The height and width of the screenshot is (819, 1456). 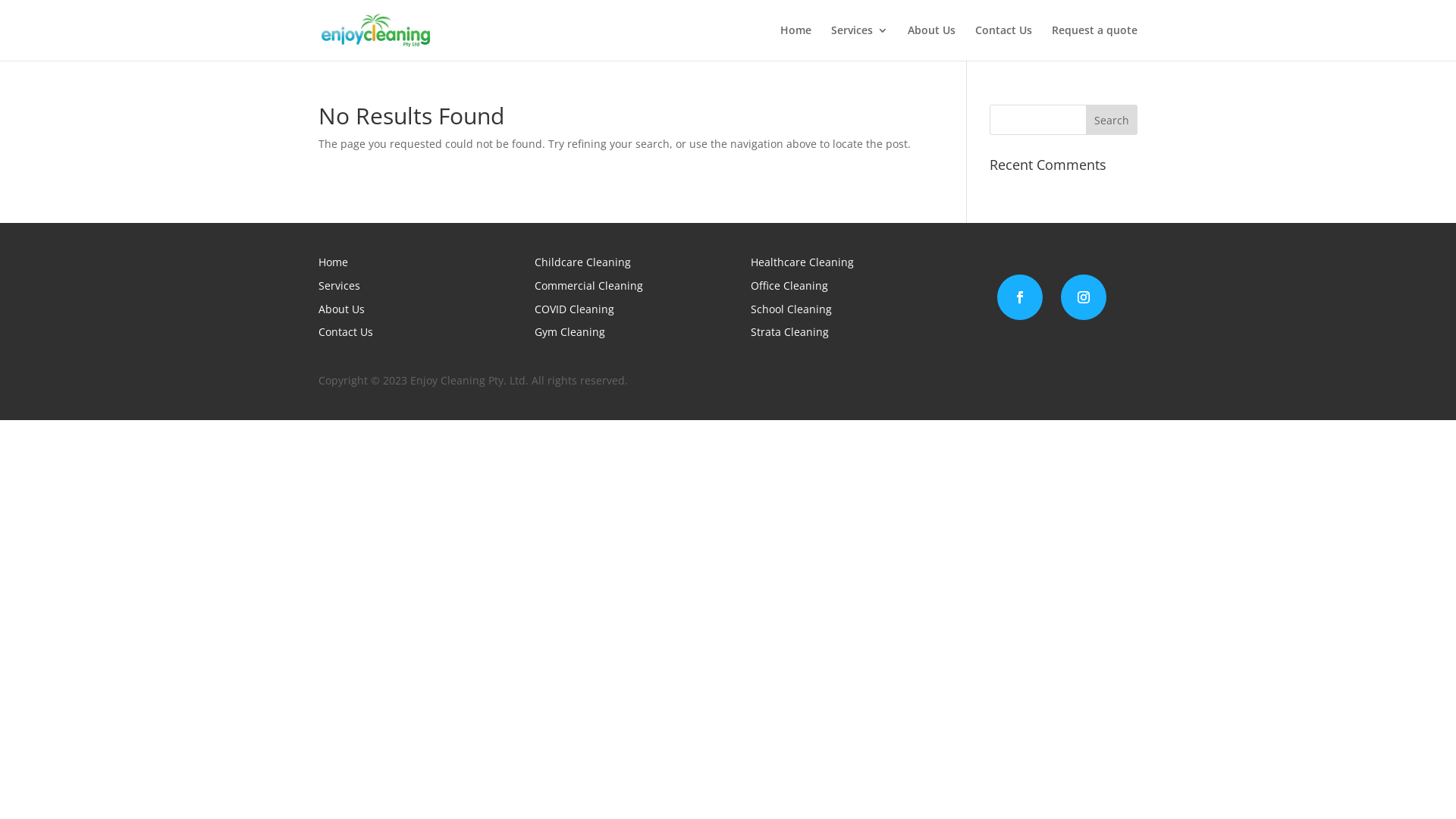 I want to click on 'Request a quote', so click(x=1094, y=42).